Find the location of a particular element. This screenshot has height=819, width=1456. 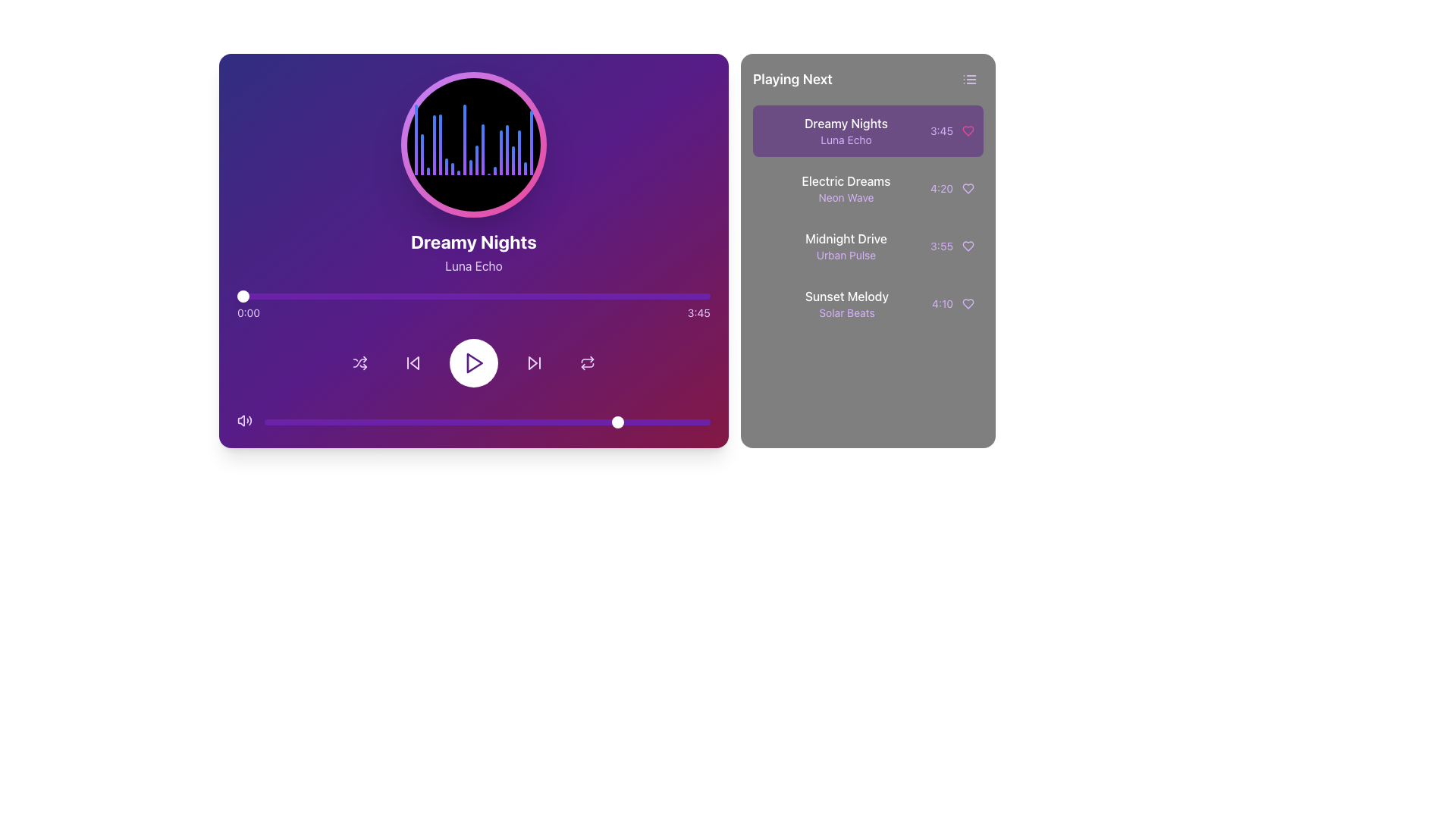

the text display element titled 'Sunset Melody' with a bold white font and the subtitle 'Solar Beats' in a lighter purple font, located is located at coordinates (846, 304).